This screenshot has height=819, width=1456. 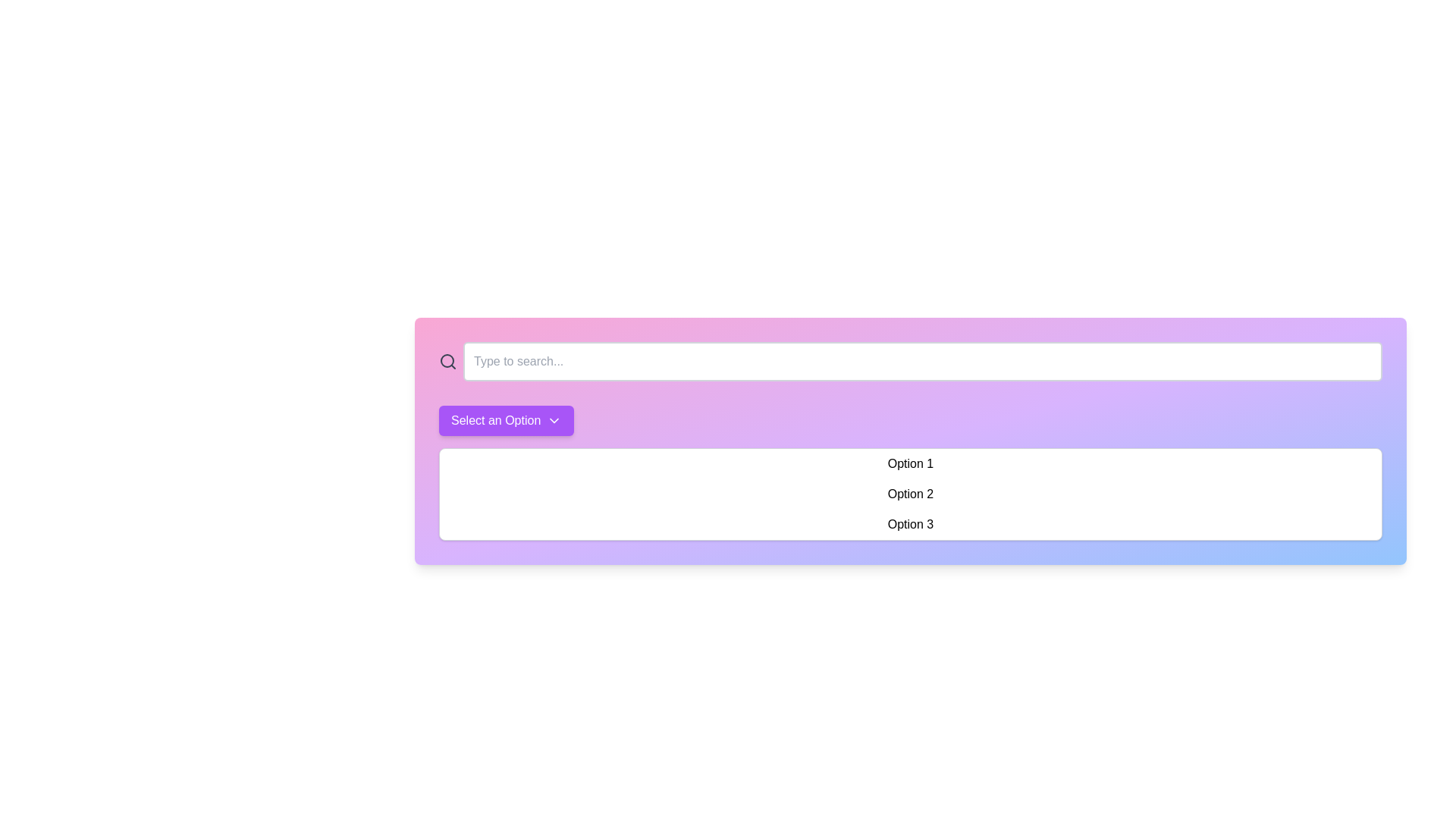 I want to click on the Chevron Down Indicator icon, which is styled with rounded edges and indicates a dropdown list, located to the right of the 'Select an Option' button, so click(x=554, y=421).